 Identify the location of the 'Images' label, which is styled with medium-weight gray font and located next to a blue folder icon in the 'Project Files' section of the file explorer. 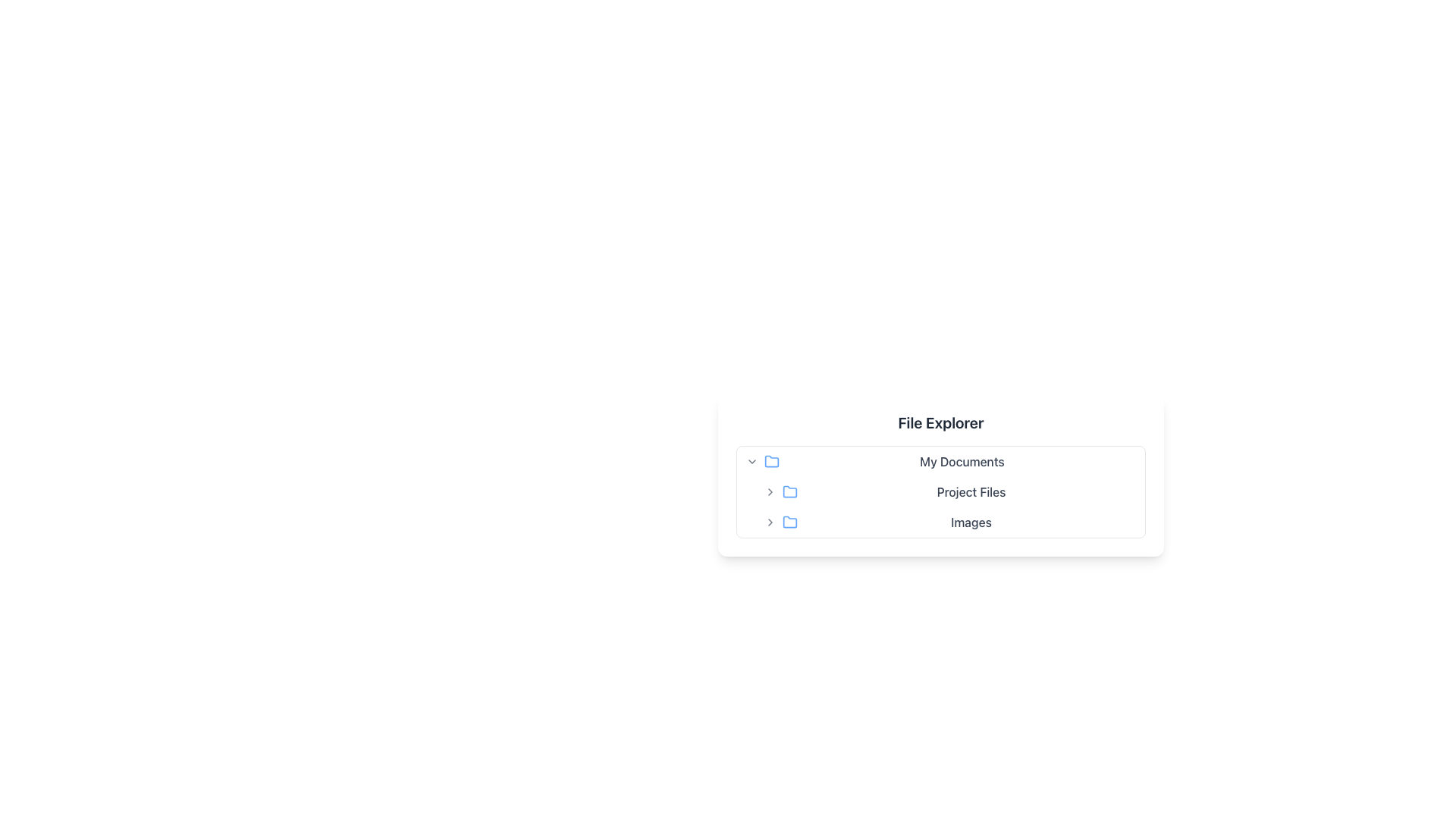
(949, 522).